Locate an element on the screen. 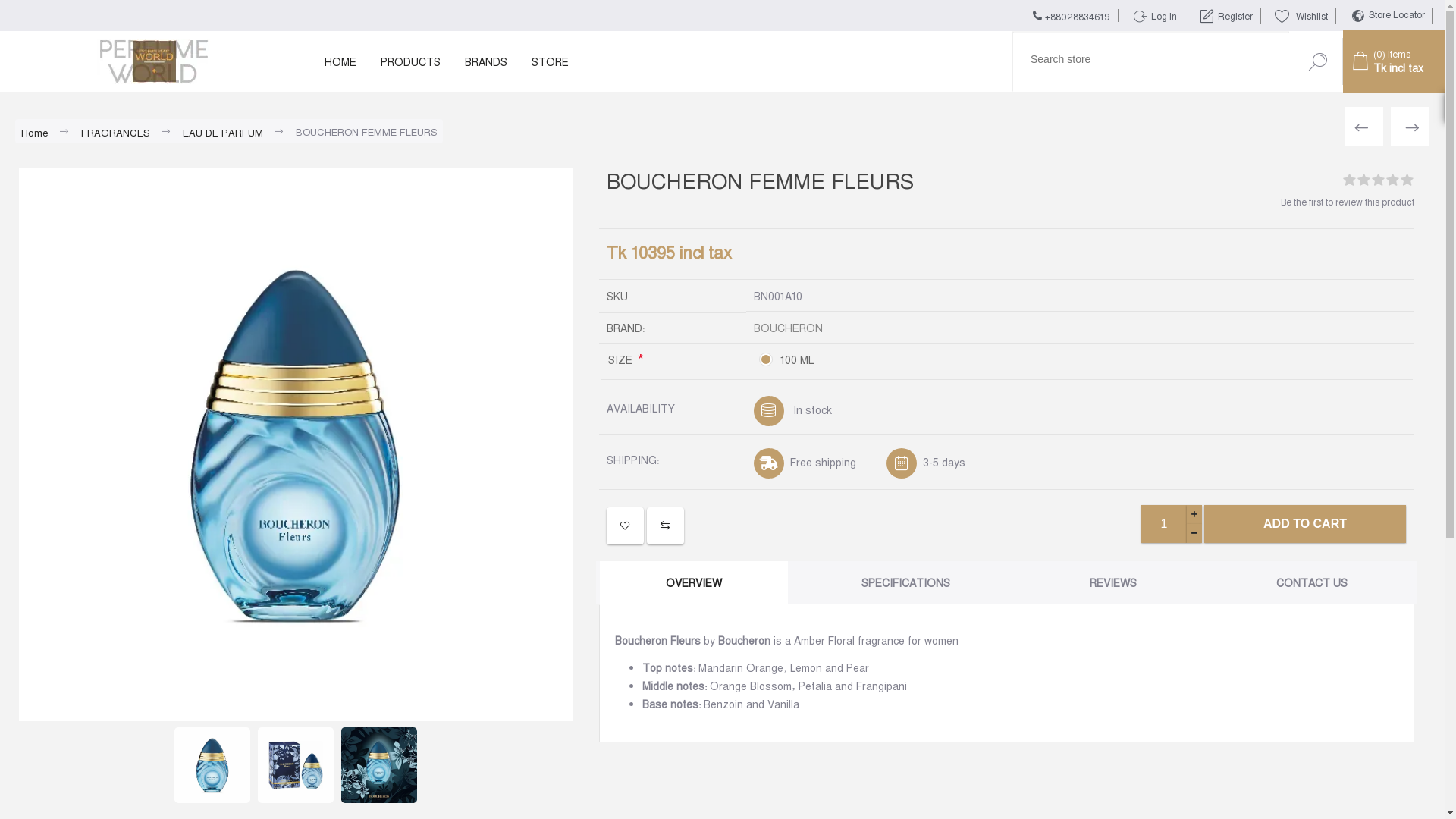  'BOUCHERON JAIPUR BOUQUET' is located at coordinates (1363, 125).